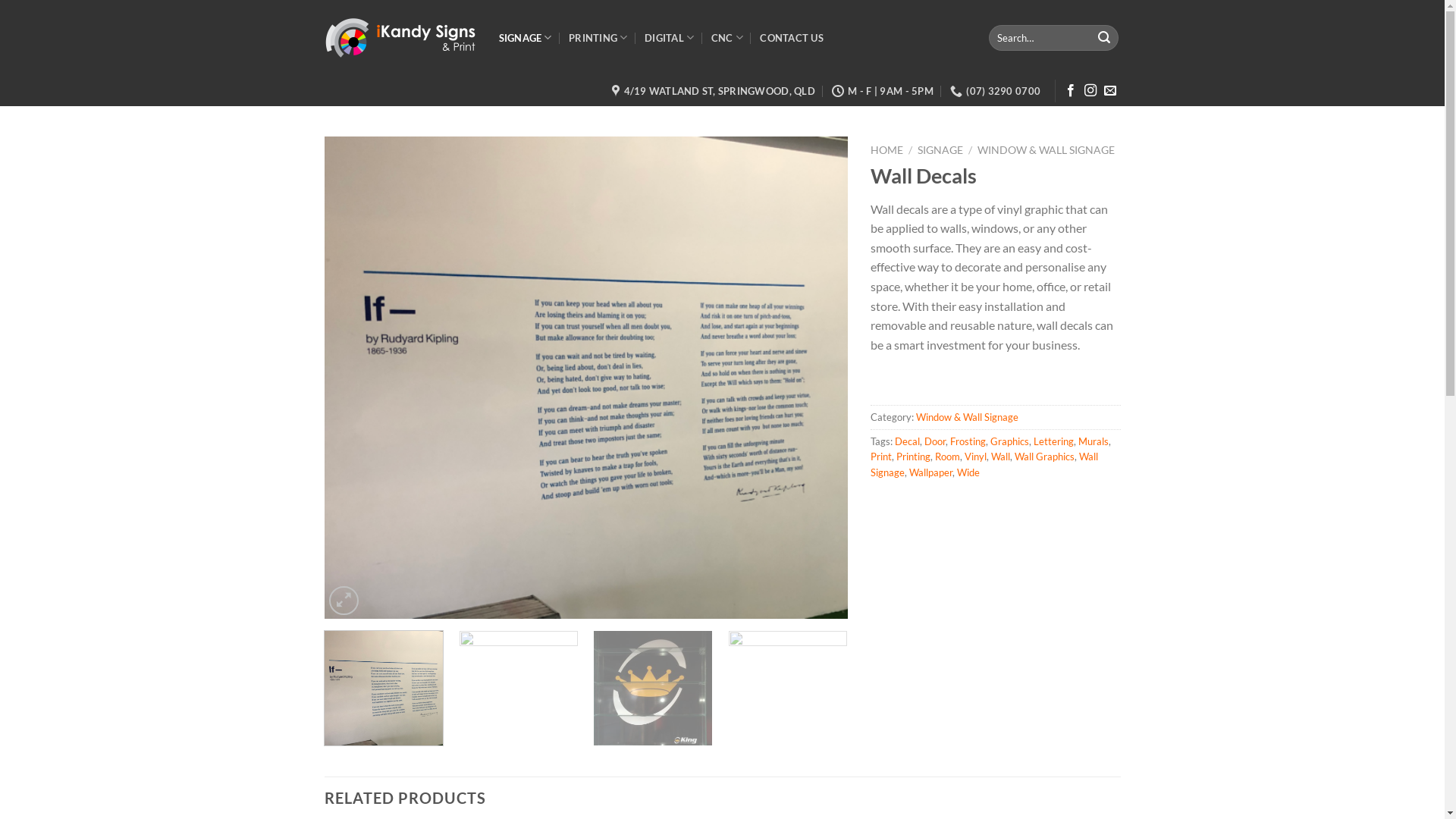  I want to click on 'Wall', so click(999, 455).